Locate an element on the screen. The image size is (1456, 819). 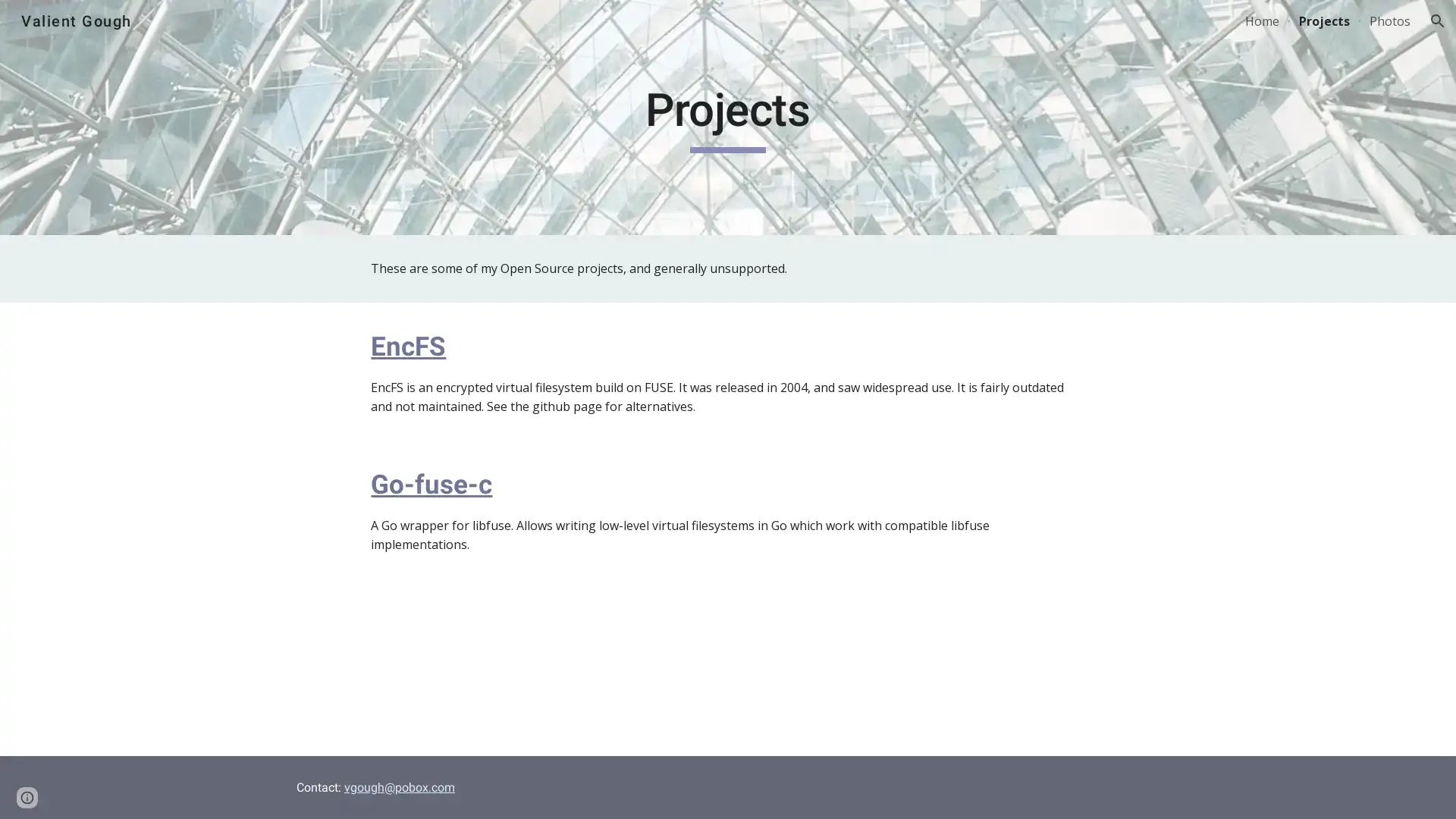
Report abuse is located at coordinates (182, 792).